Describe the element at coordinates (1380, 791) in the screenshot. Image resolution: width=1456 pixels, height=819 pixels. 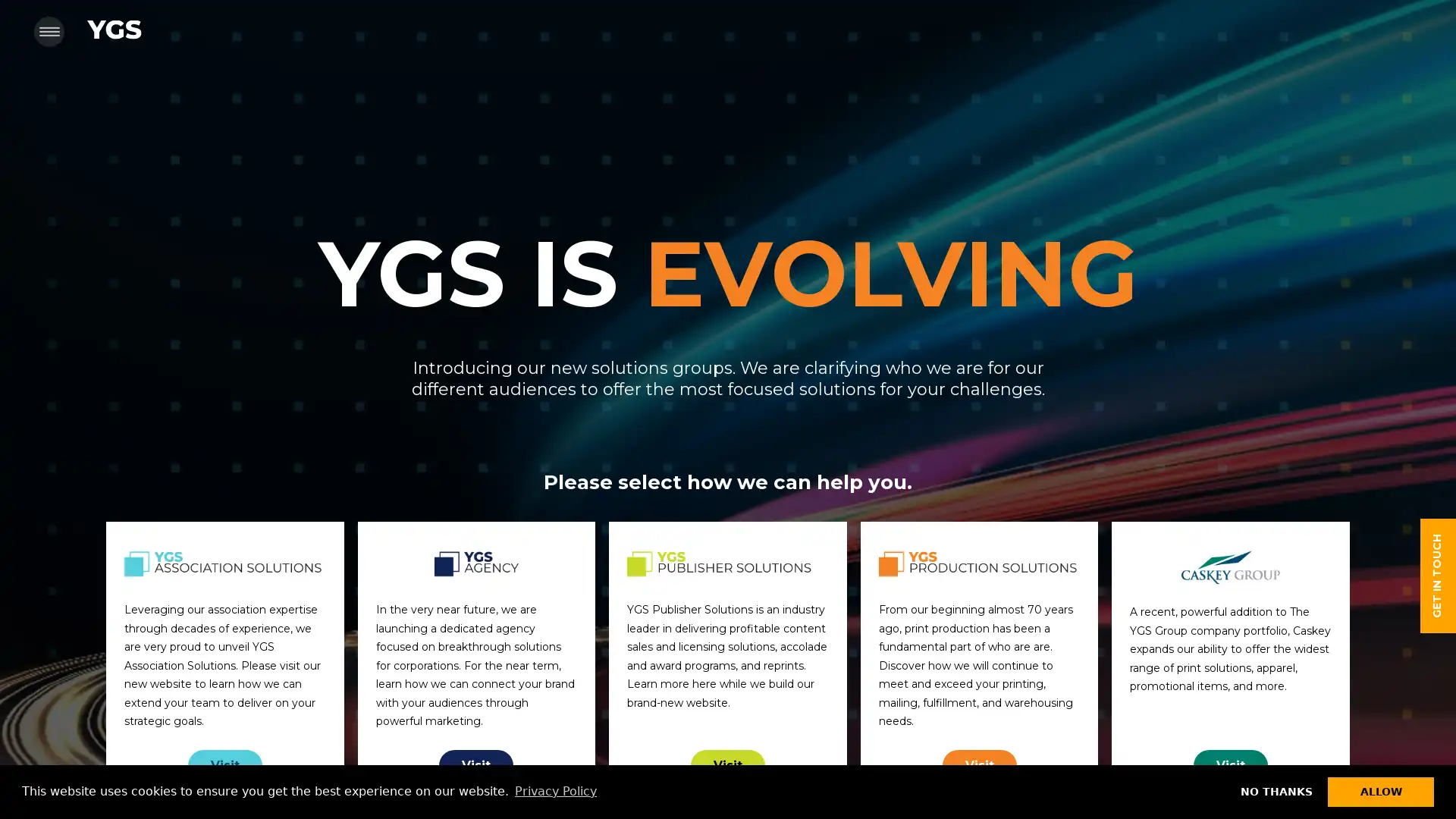
I see `allow cookies` at that location.